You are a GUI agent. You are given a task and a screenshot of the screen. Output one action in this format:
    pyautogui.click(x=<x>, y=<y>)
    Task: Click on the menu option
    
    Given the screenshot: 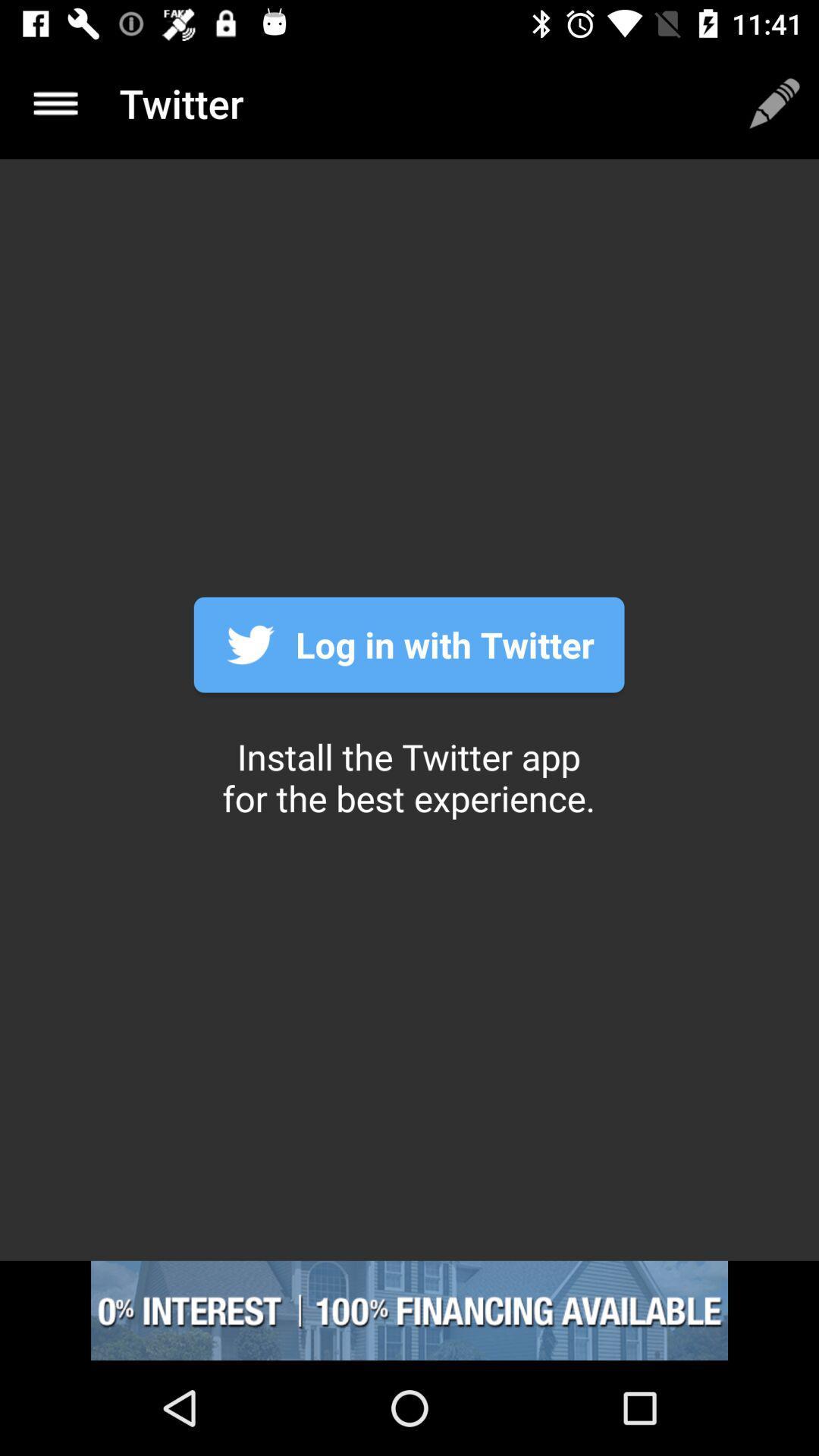 What is the action you would take?
    pyautogui.click(x=55, y=102)
    